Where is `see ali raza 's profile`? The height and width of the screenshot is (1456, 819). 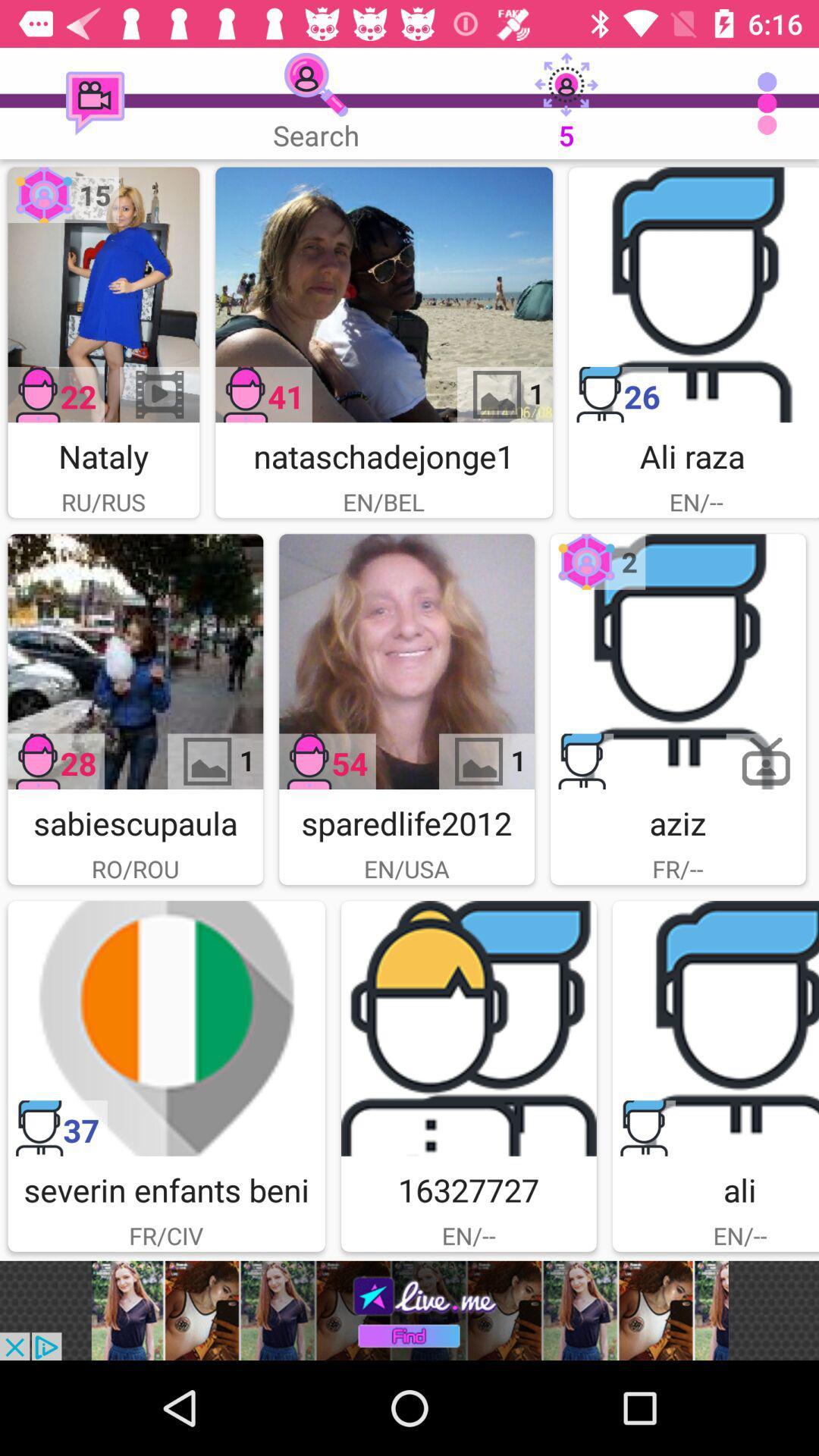
see ali raza 's profile is located at coordinates (693, 294).